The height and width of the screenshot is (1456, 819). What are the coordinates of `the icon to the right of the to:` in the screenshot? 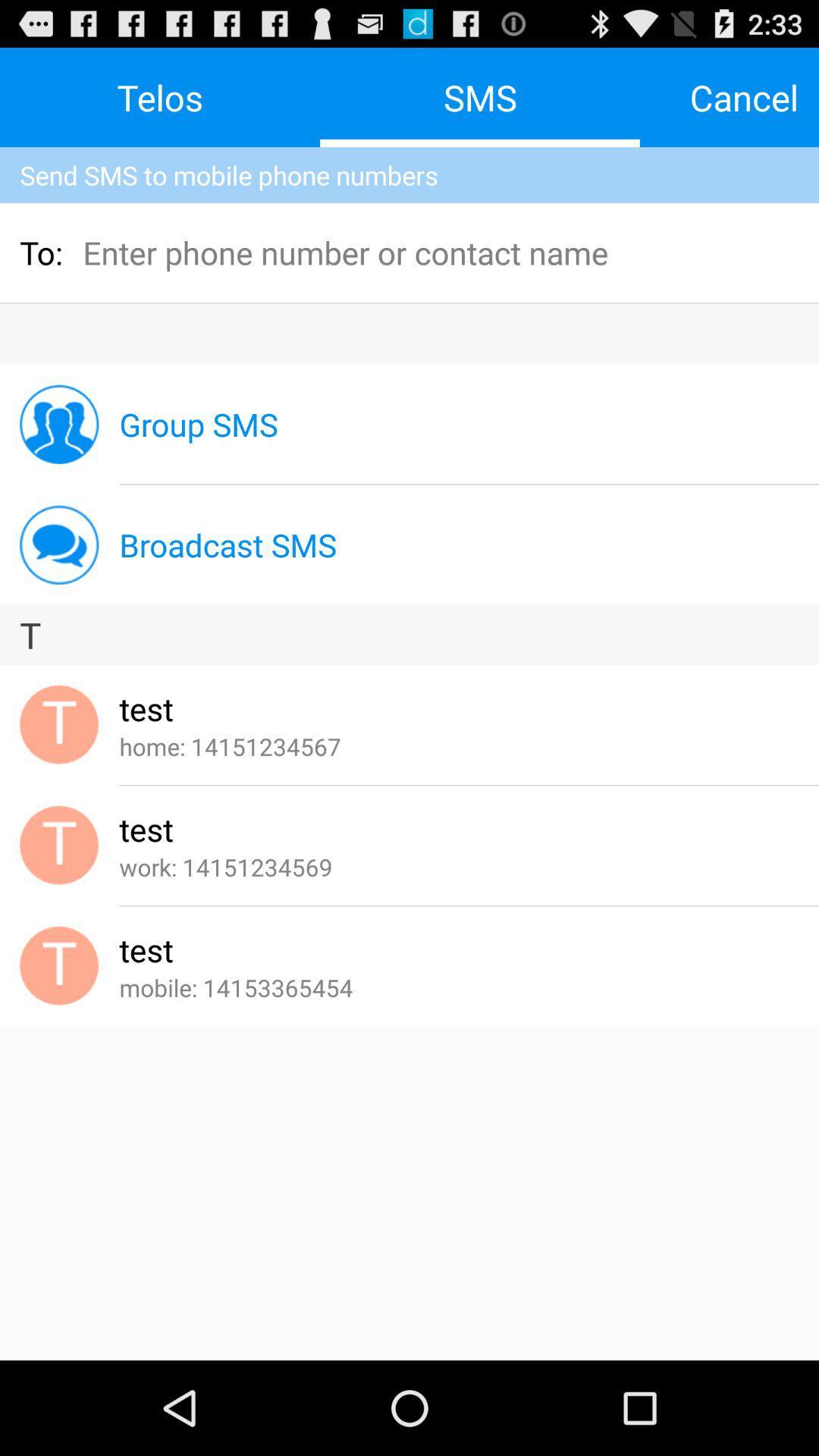 It's located at (184, 252).